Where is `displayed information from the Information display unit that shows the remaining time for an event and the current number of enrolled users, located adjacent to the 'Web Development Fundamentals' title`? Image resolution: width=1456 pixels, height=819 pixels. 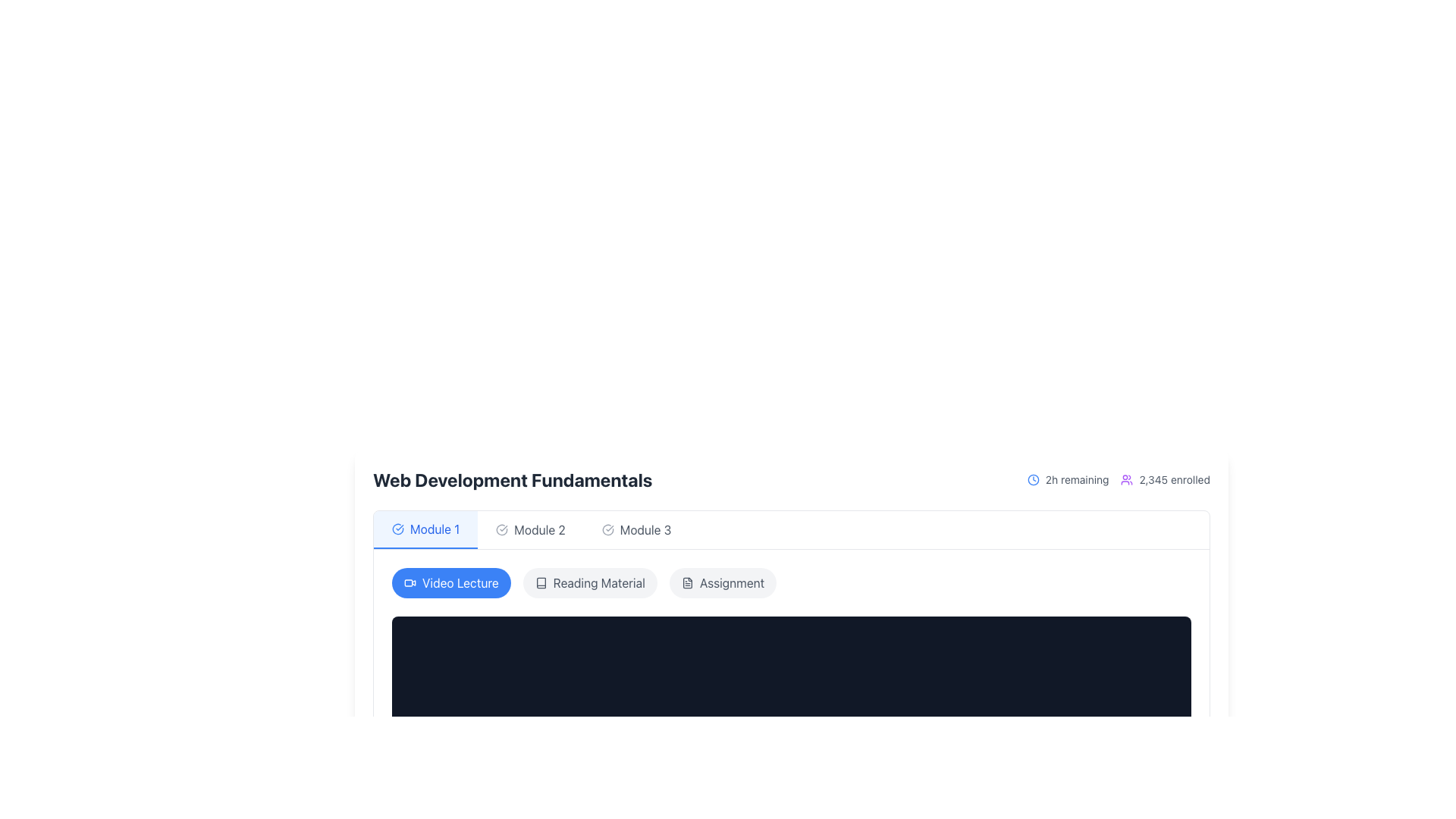 displayed information from the Information display unit that shows the remaining time for an event and the current number of enrolled users, located adjacent to the 'Web Development Fundamentals' title is located at coordinates (1119, 479).